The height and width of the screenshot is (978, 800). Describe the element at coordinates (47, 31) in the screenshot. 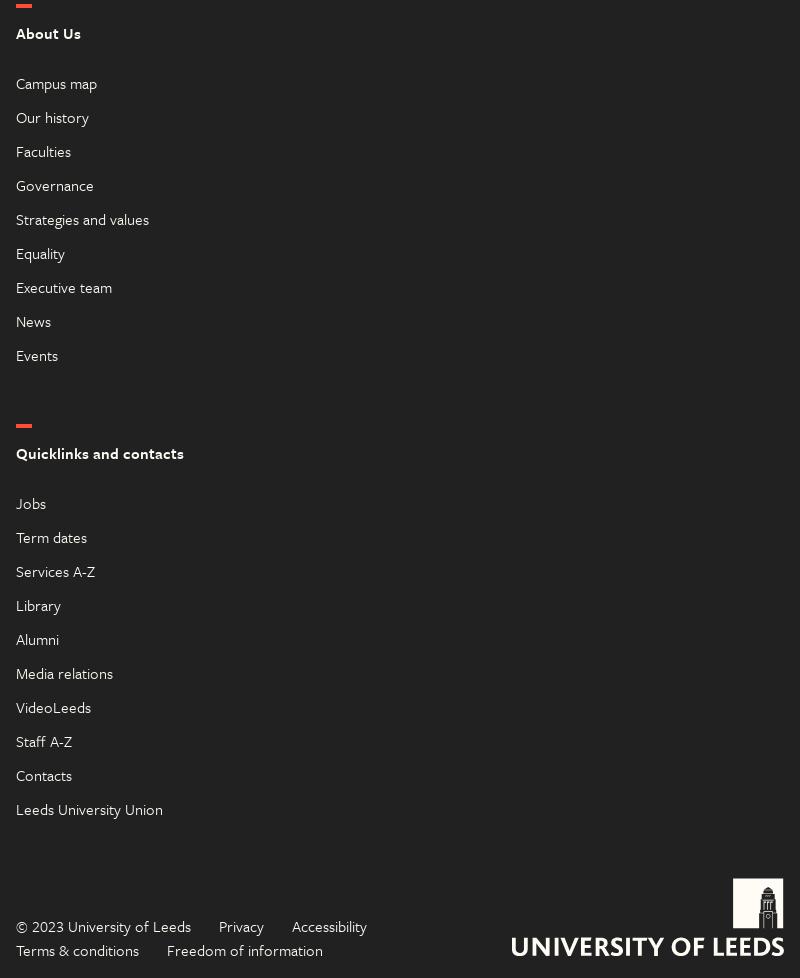

I see `'About Us'` at that location.